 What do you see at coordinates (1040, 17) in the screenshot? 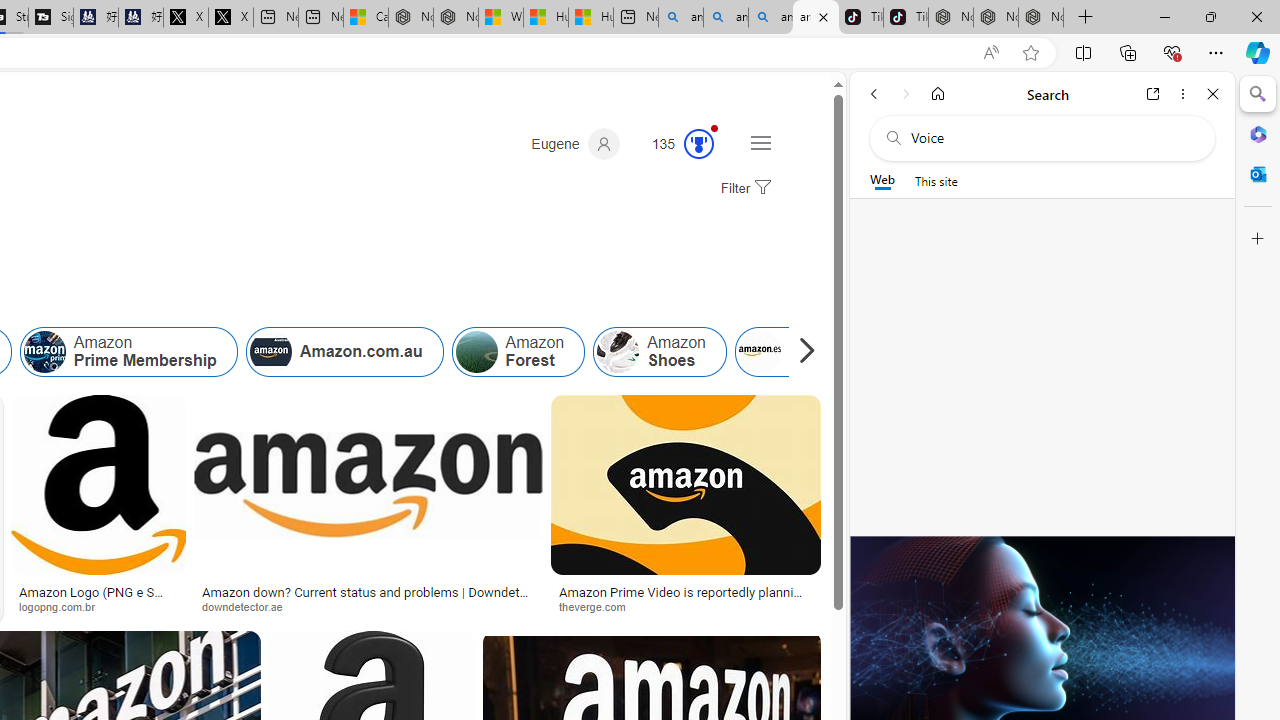
I see `'Nordace - Siena Pro 15 Essential Set'` at bounding box center [1040, 17].